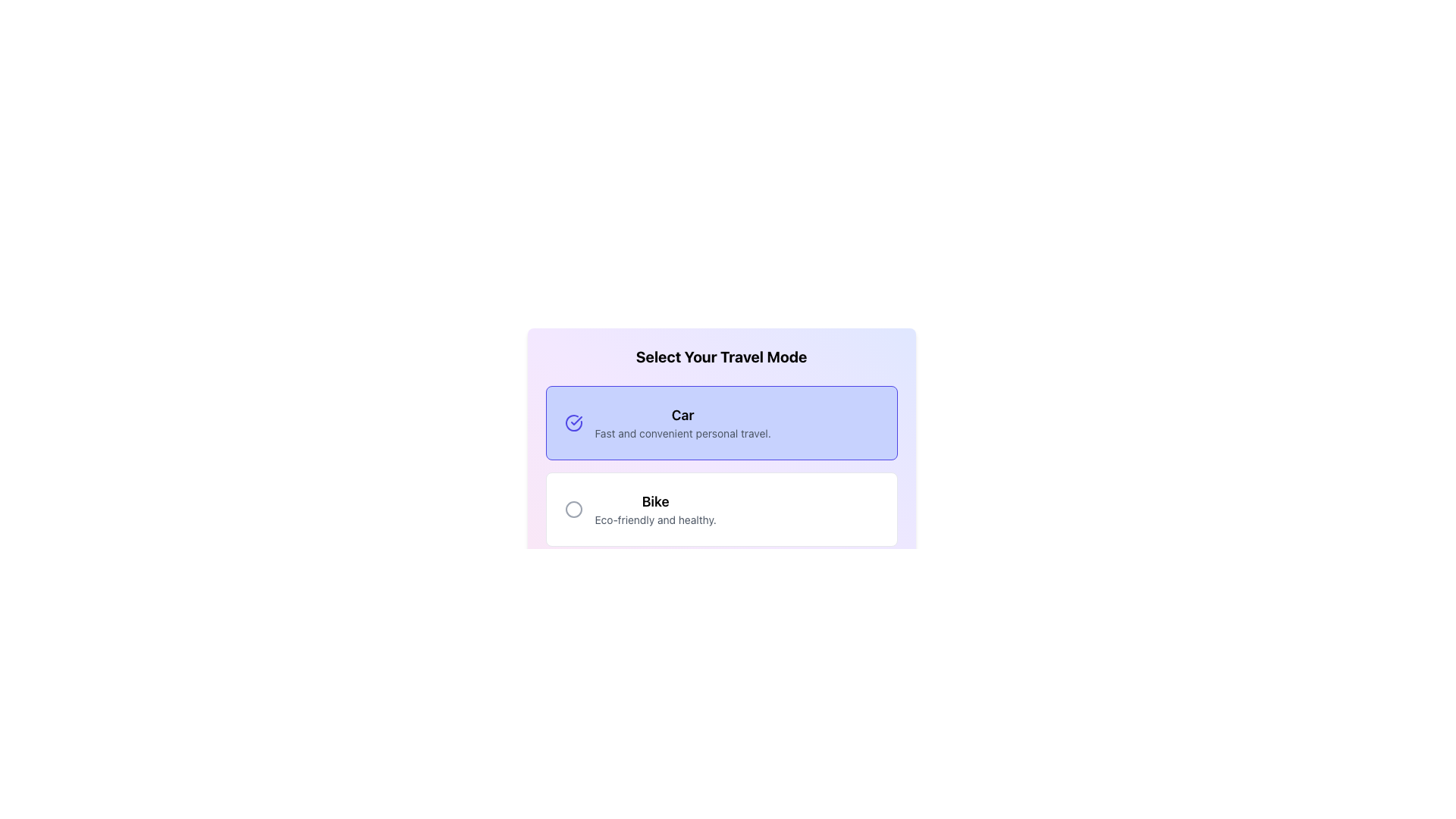  Describe the element at coordinates (573, 509) in the screenshot. I see `the circular outline graphical element representing an unselected state in the 'Select Your Travel Mode' section for the 'Bike' option` at that location.